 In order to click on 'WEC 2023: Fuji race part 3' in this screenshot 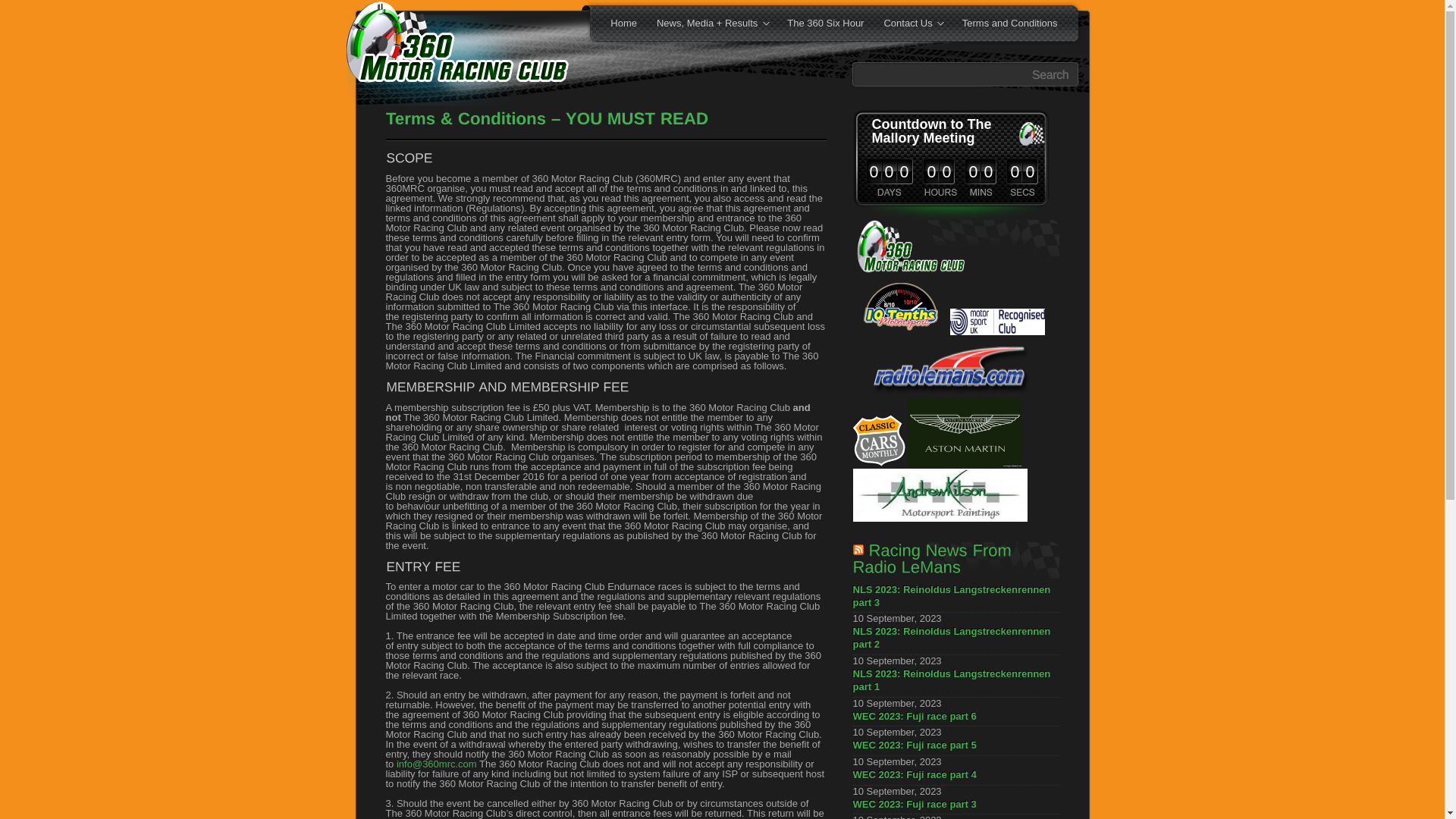, I will do `click(852, 806)`.